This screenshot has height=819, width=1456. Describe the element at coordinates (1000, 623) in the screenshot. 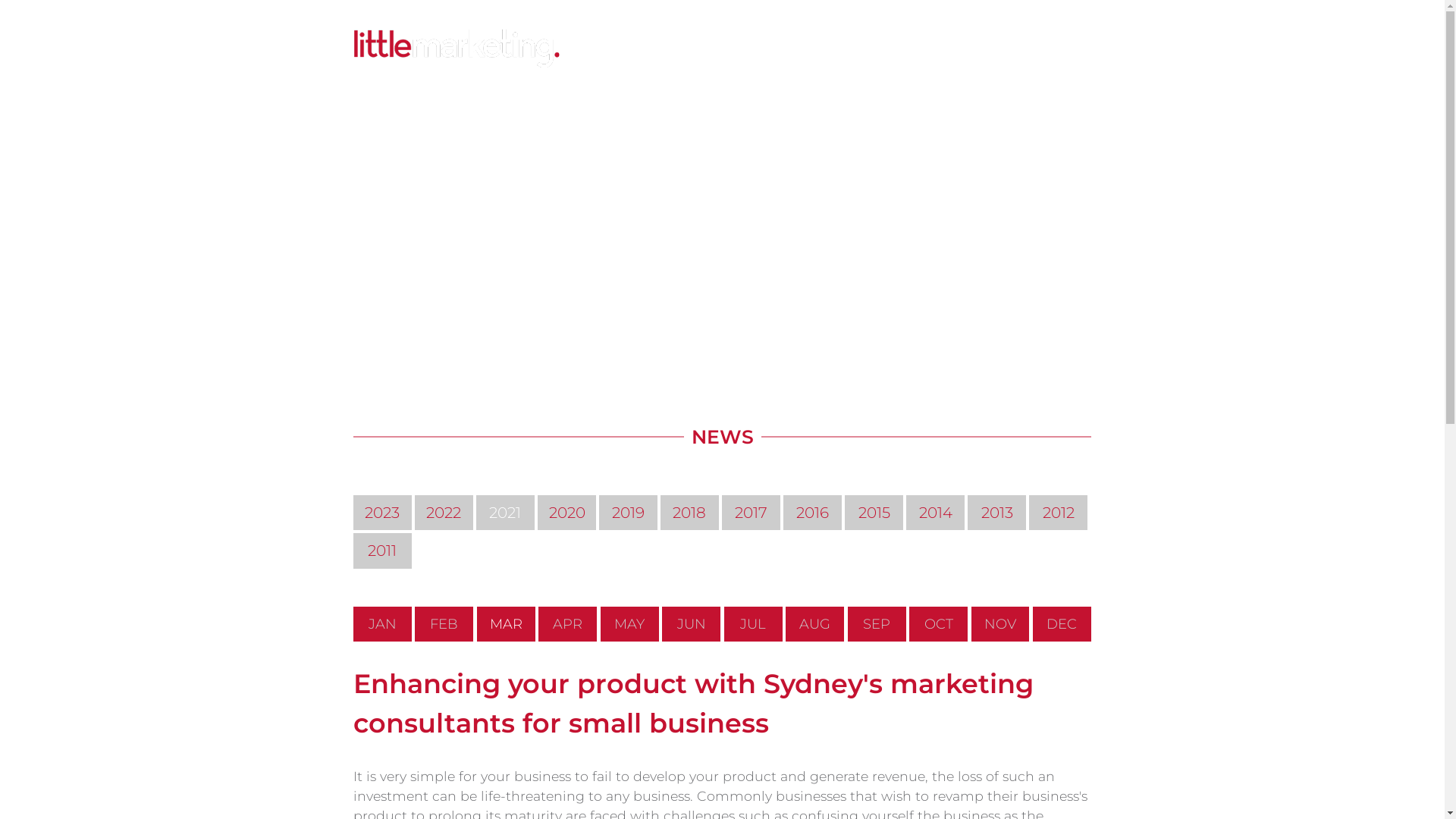

I see `'NOV'` at that location.